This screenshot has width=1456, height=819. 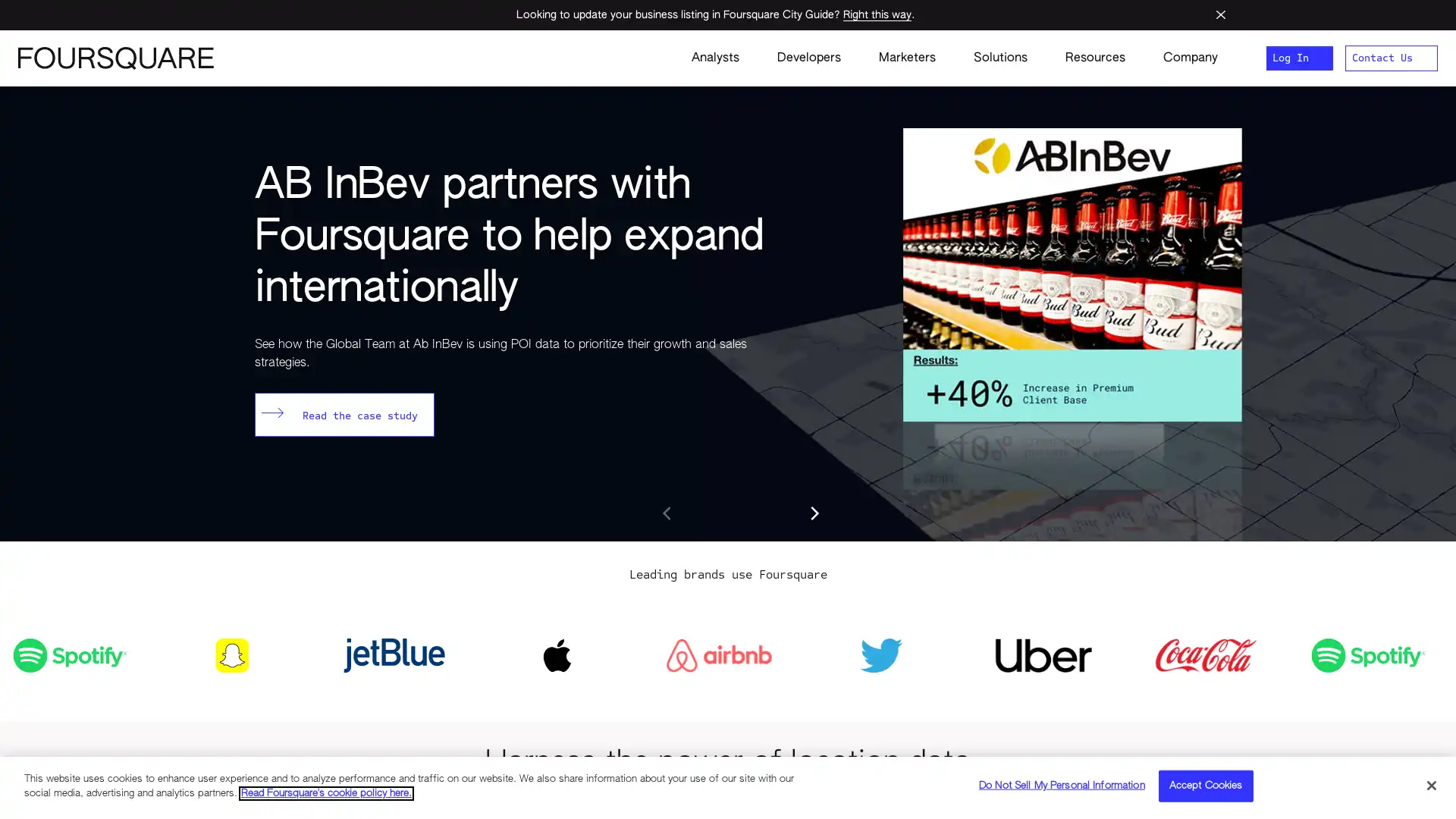 I want to click on Do Not Sell My Personal Information, so click(x=1061, y=785).